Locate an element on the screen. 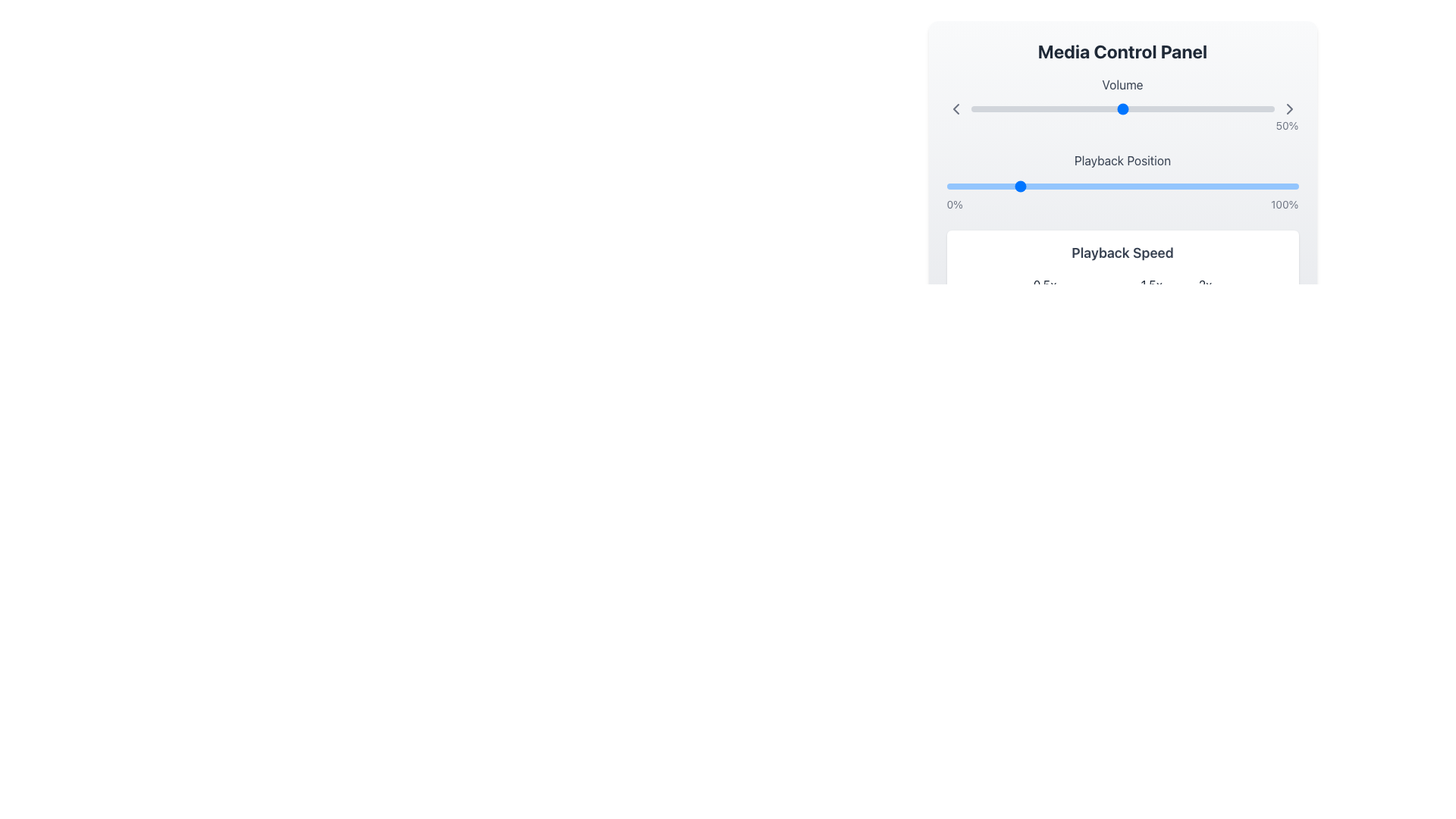 The width and height of the screenshot is (1456, 819). the volume level is located at coordinates (1155, 108).